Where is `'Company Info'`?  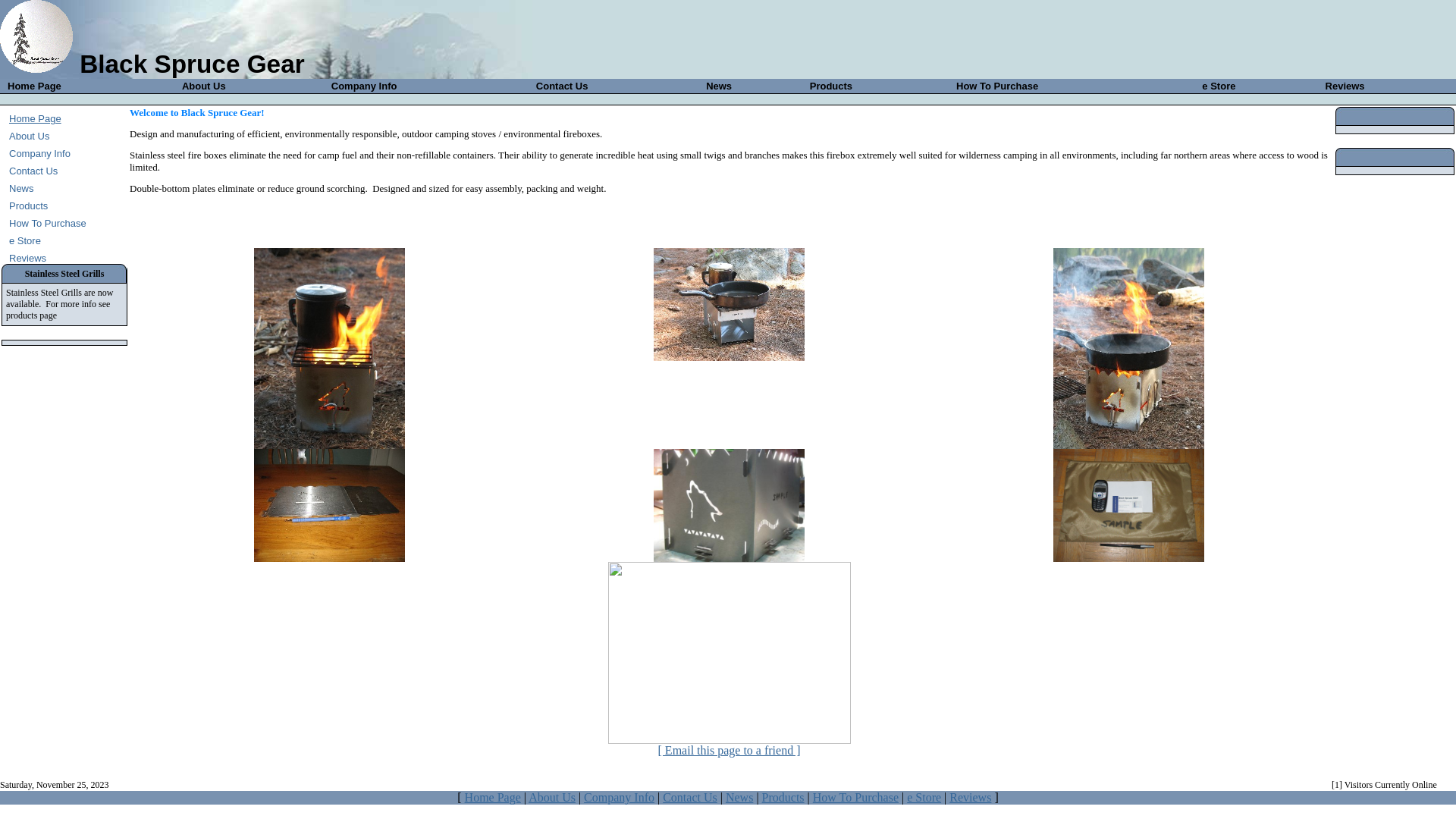
'Company Info' is located at coordinates (39, 153).